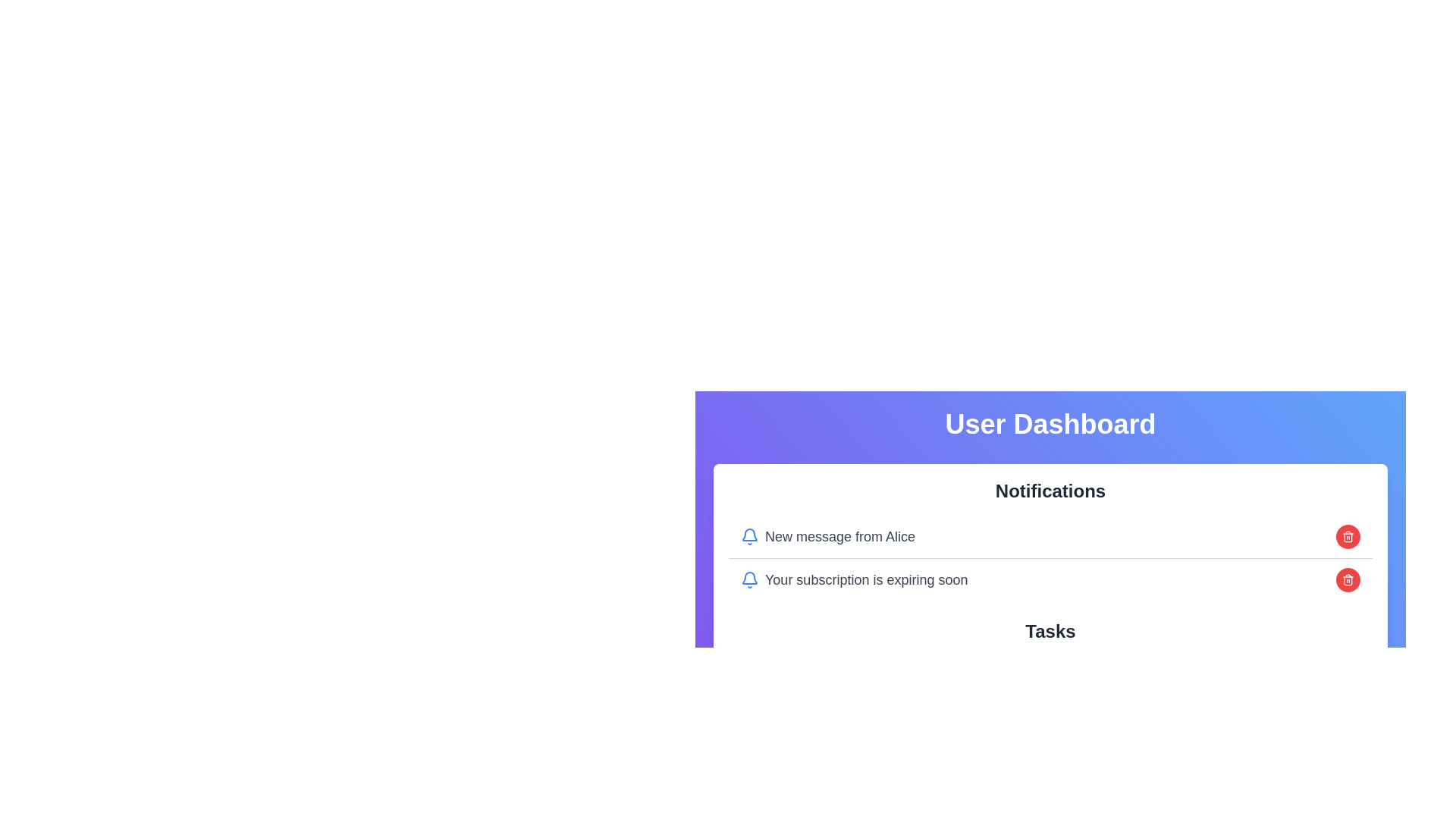 This screenshot has height=819, width=1456. Describe the element at coordinates (1348, 536) in the screenshot. I see `the circular red button with a white trash can icon located in the top-right of the notification entry for 'New message from Alice' in the 'Notifications' section to trigger a tooltip or visual feedback` at that location.